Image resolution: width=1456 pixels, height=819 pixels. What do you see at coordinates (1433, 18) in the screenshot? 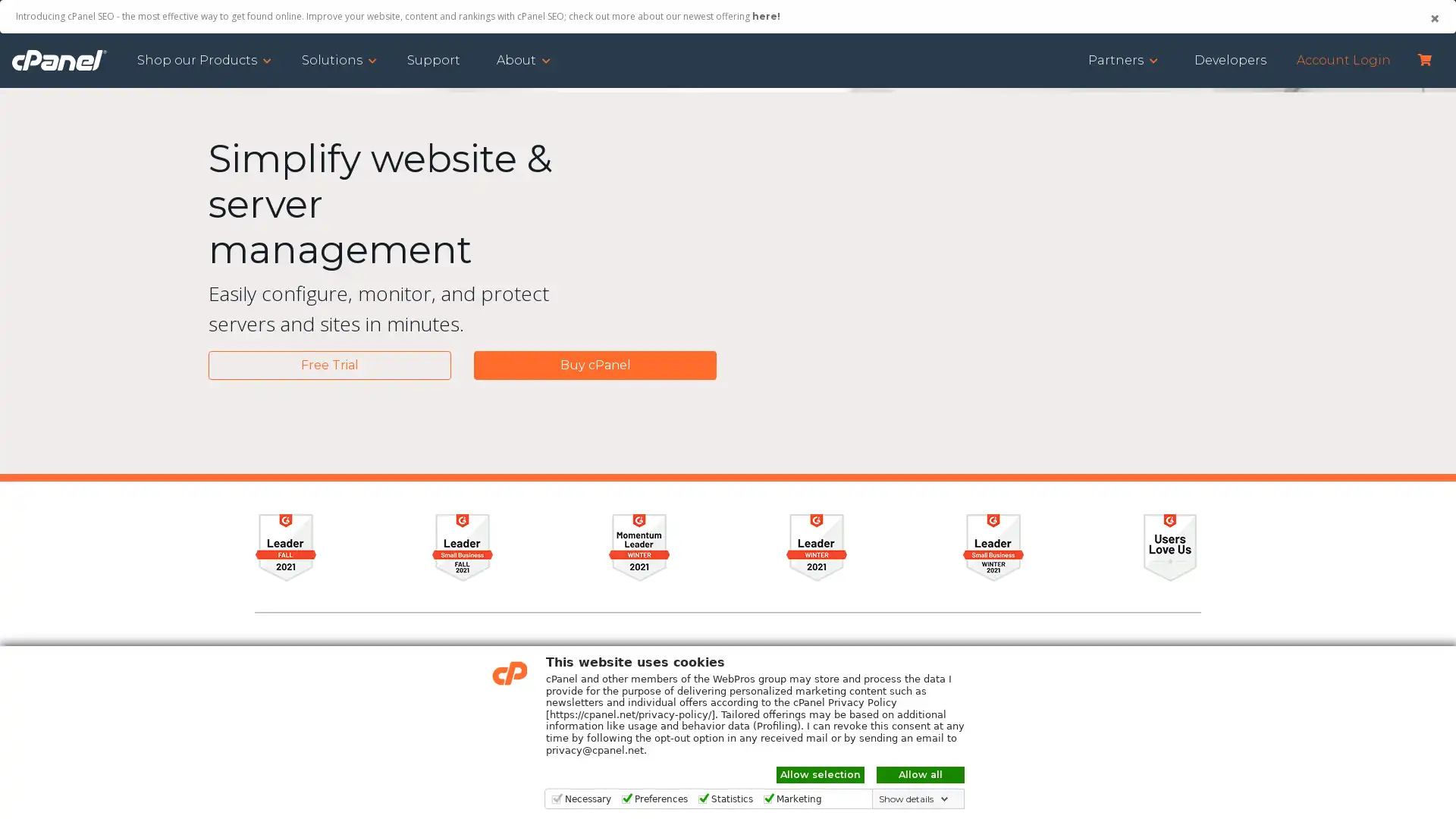
I see `Close` at bounding box center [1433, 18].